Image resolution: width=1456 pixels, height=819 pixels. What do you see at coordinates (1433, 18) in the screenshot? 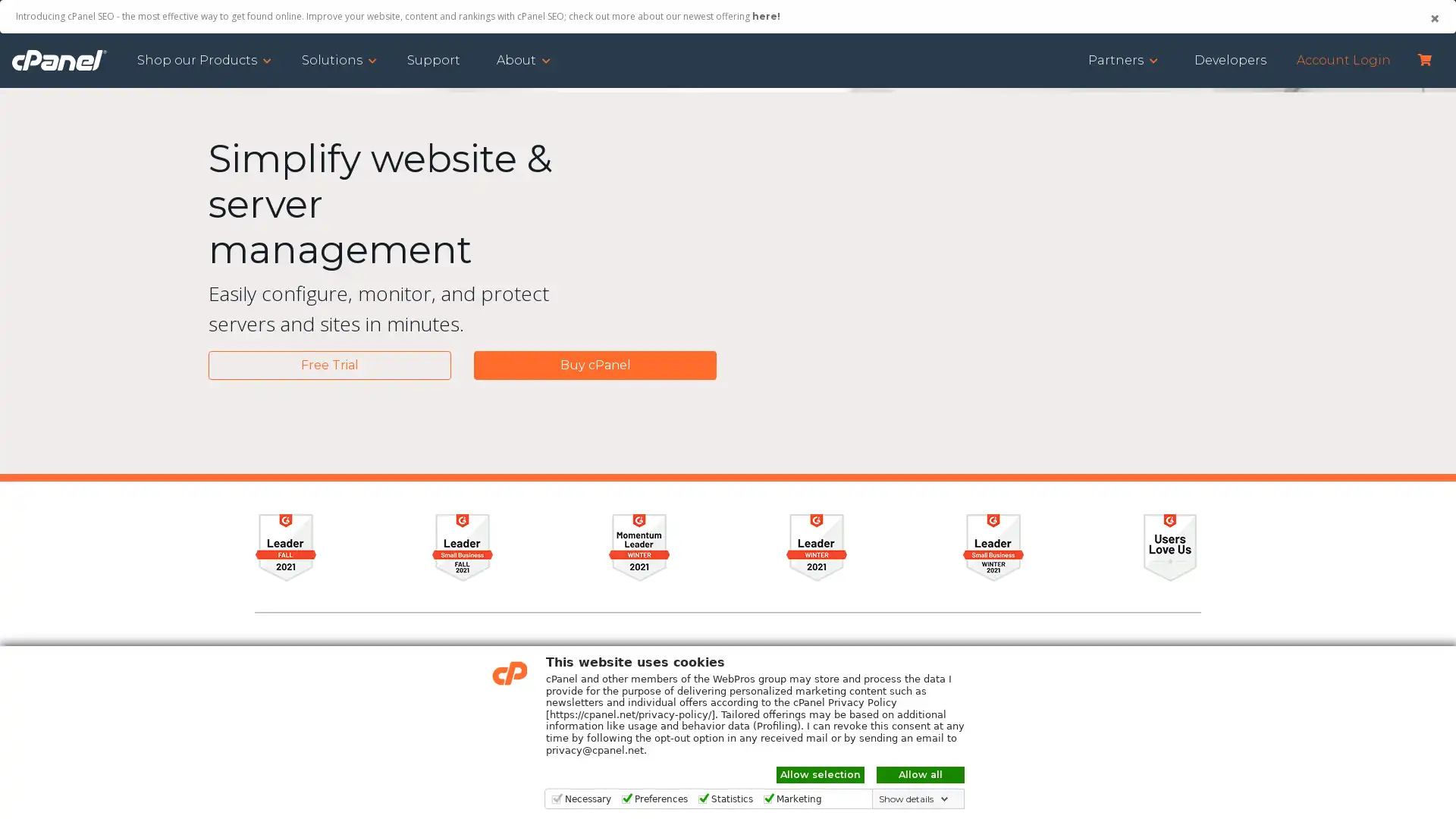
I see `Close` at bounding box center [1433, 18].